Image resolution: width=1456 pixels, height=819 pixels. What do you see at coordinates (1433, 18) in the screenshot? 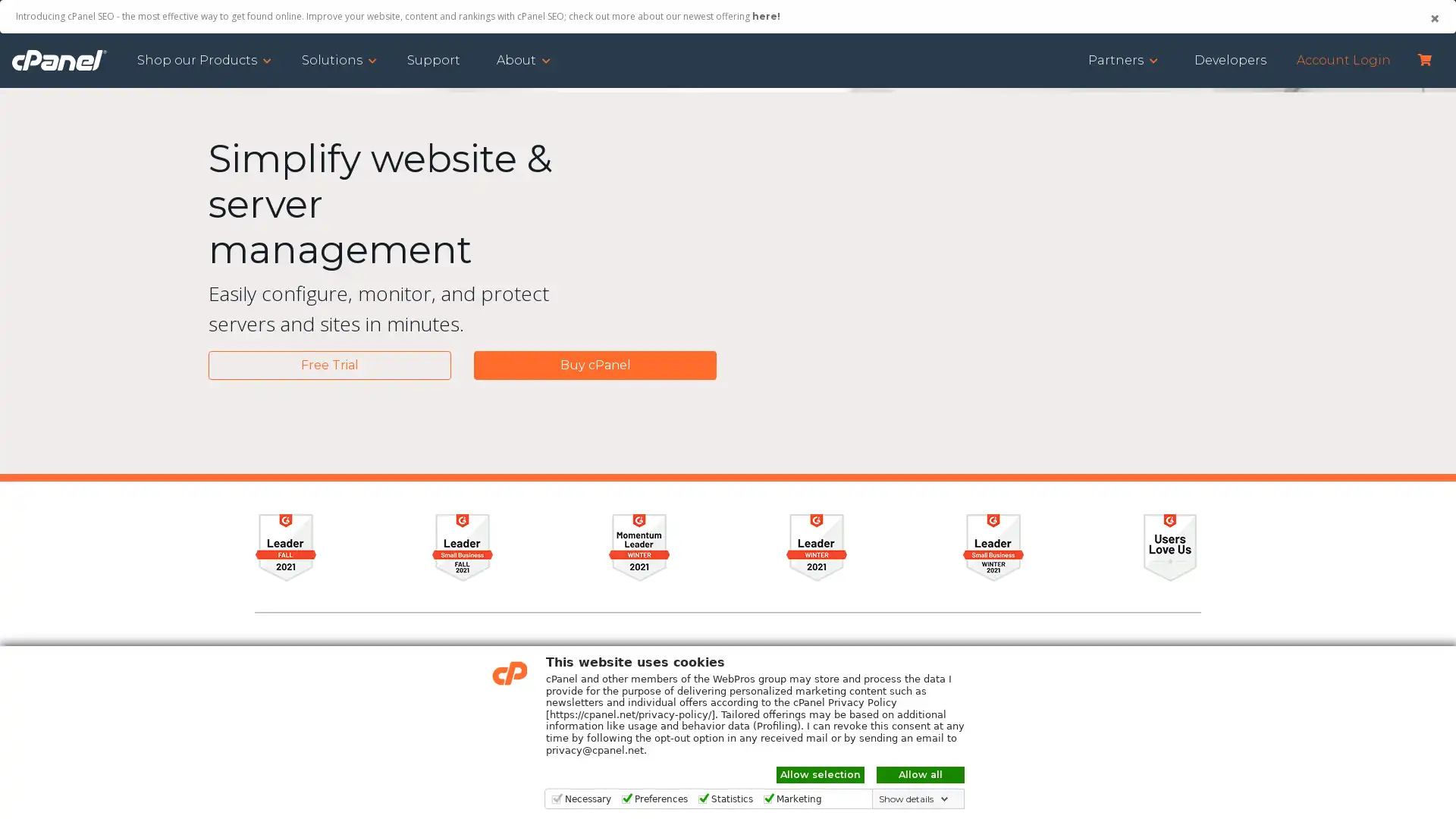
I see `Close` at bounding box center [1433, 18].